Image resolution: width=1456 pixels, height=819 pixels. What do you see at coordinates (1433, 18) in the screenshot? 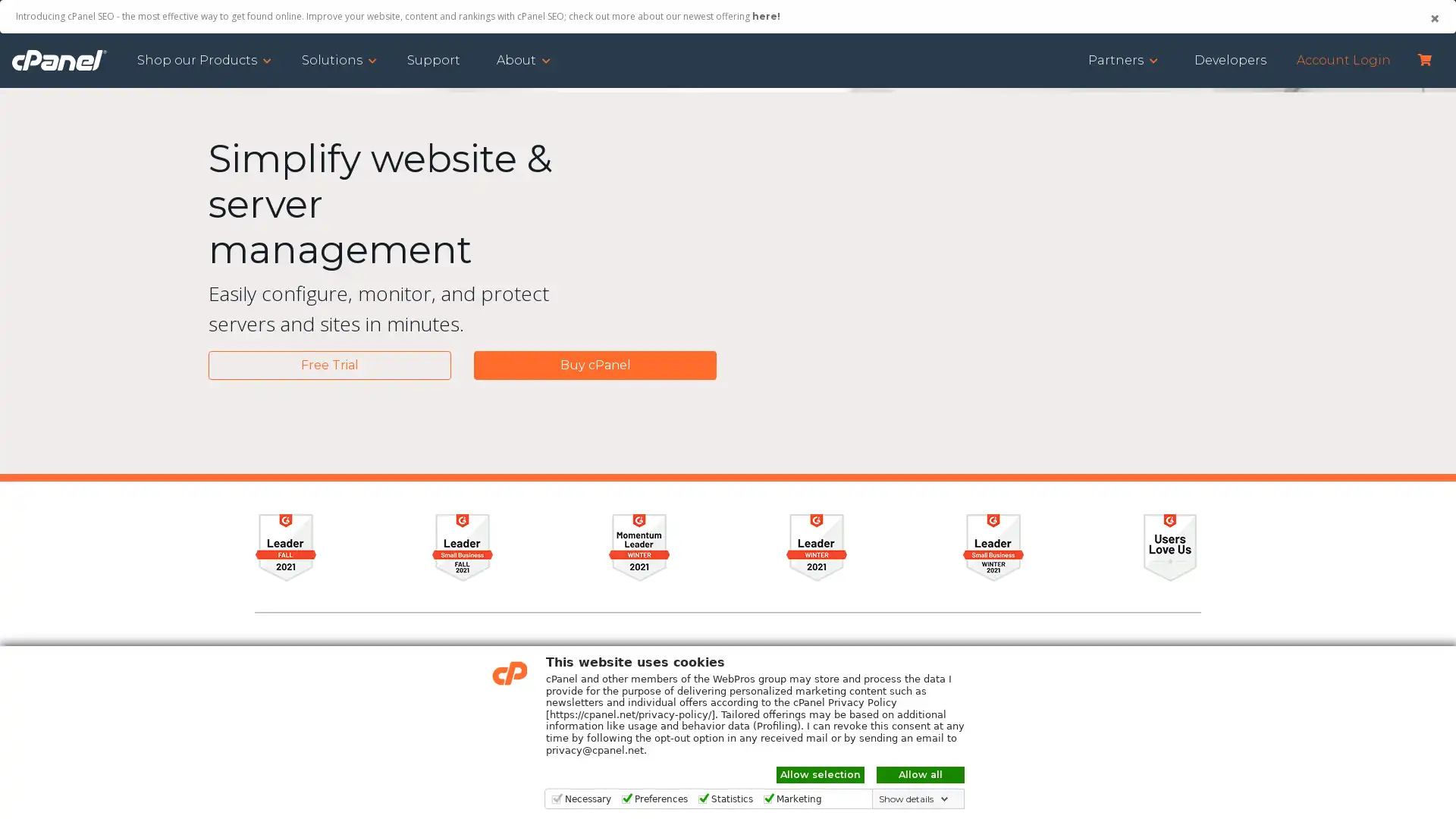
I see `Close` at bounding box center [1433, 18].